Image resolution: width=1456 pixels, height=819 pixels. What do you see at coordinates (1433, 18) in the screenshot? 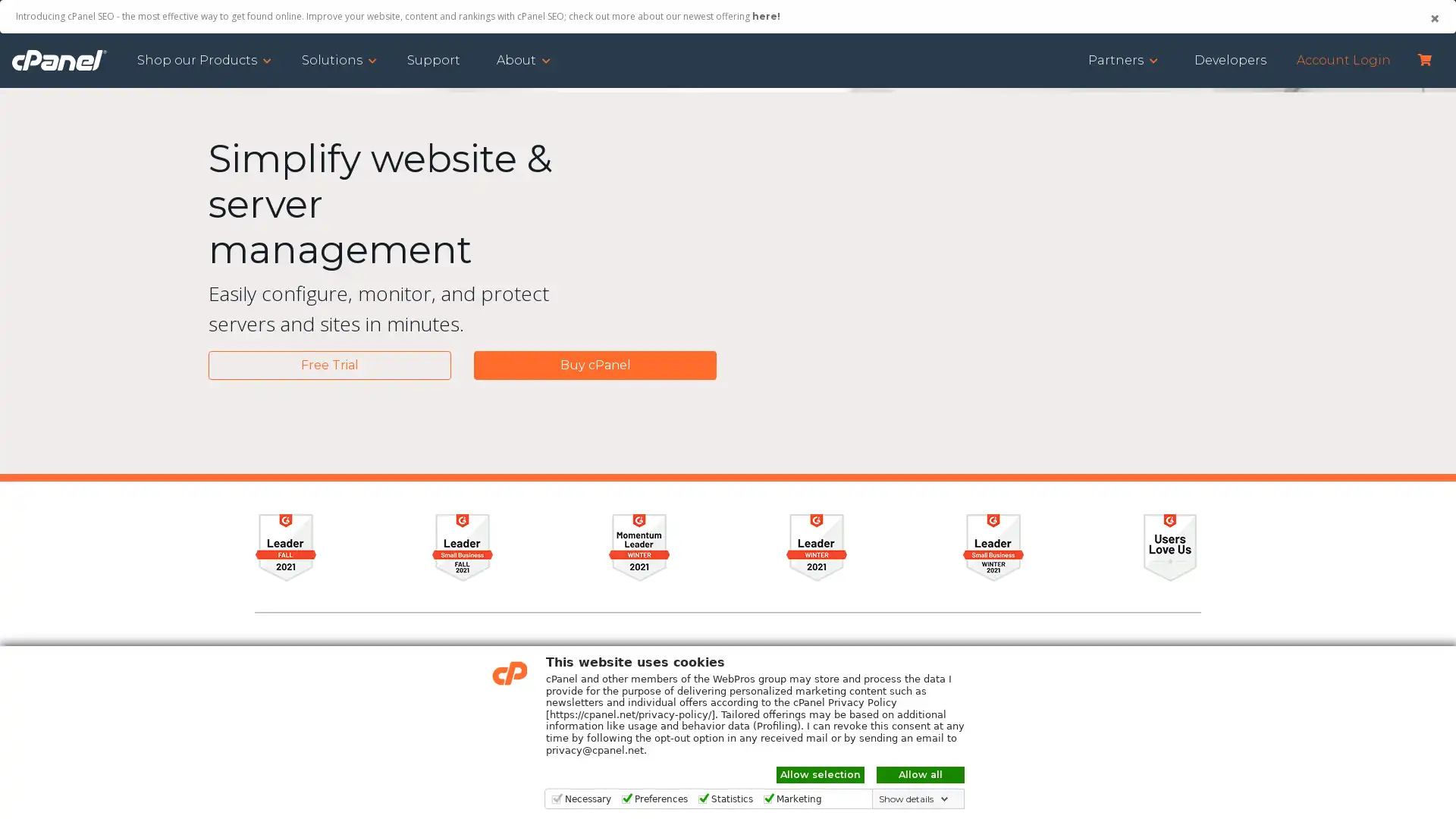
I see `Close` at bounding box center [1433, 18].